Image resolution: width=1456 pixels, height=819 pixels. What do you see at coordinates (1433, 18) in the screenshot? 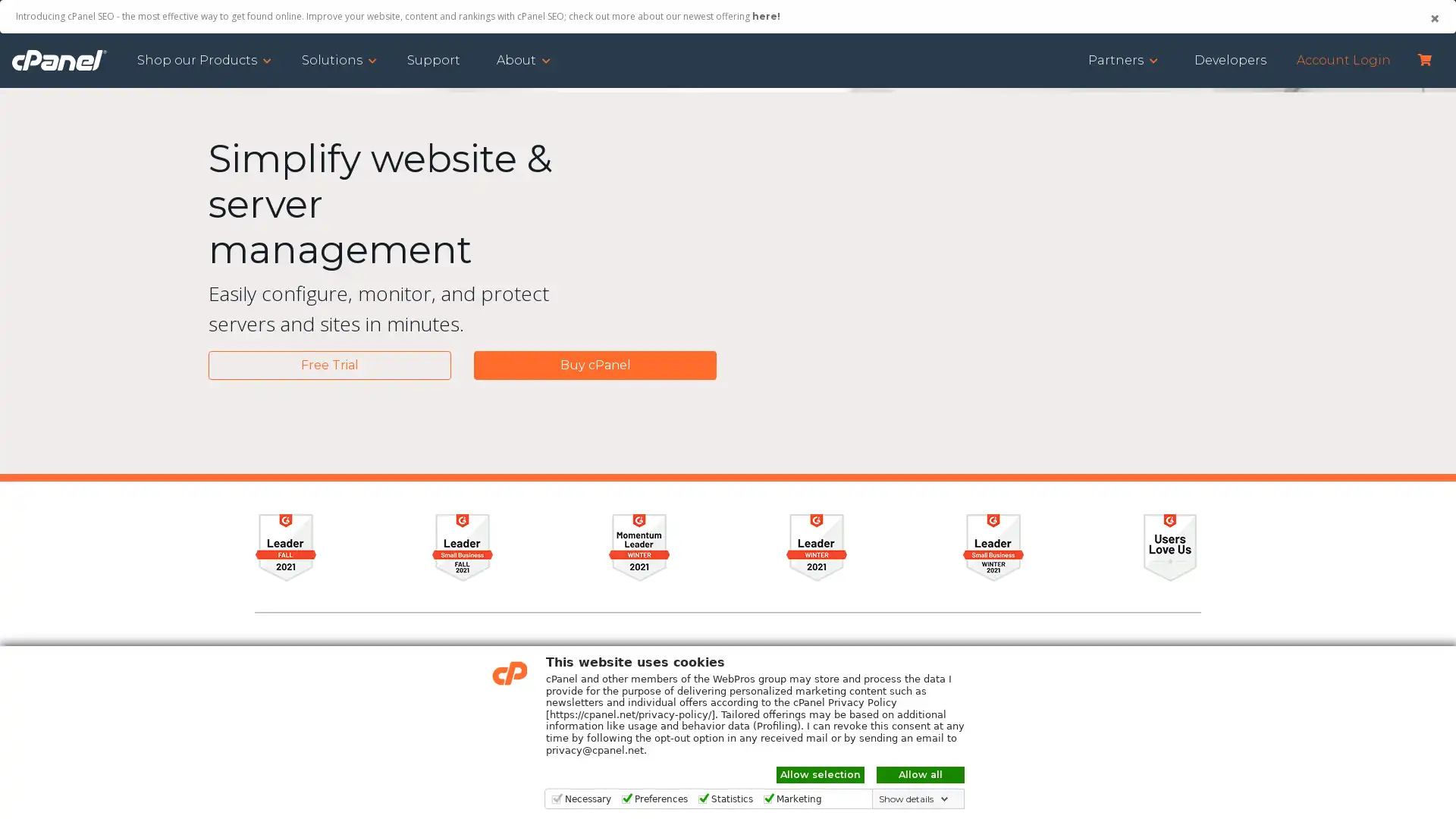
I see `Close` at bounding box center [1433, 18].